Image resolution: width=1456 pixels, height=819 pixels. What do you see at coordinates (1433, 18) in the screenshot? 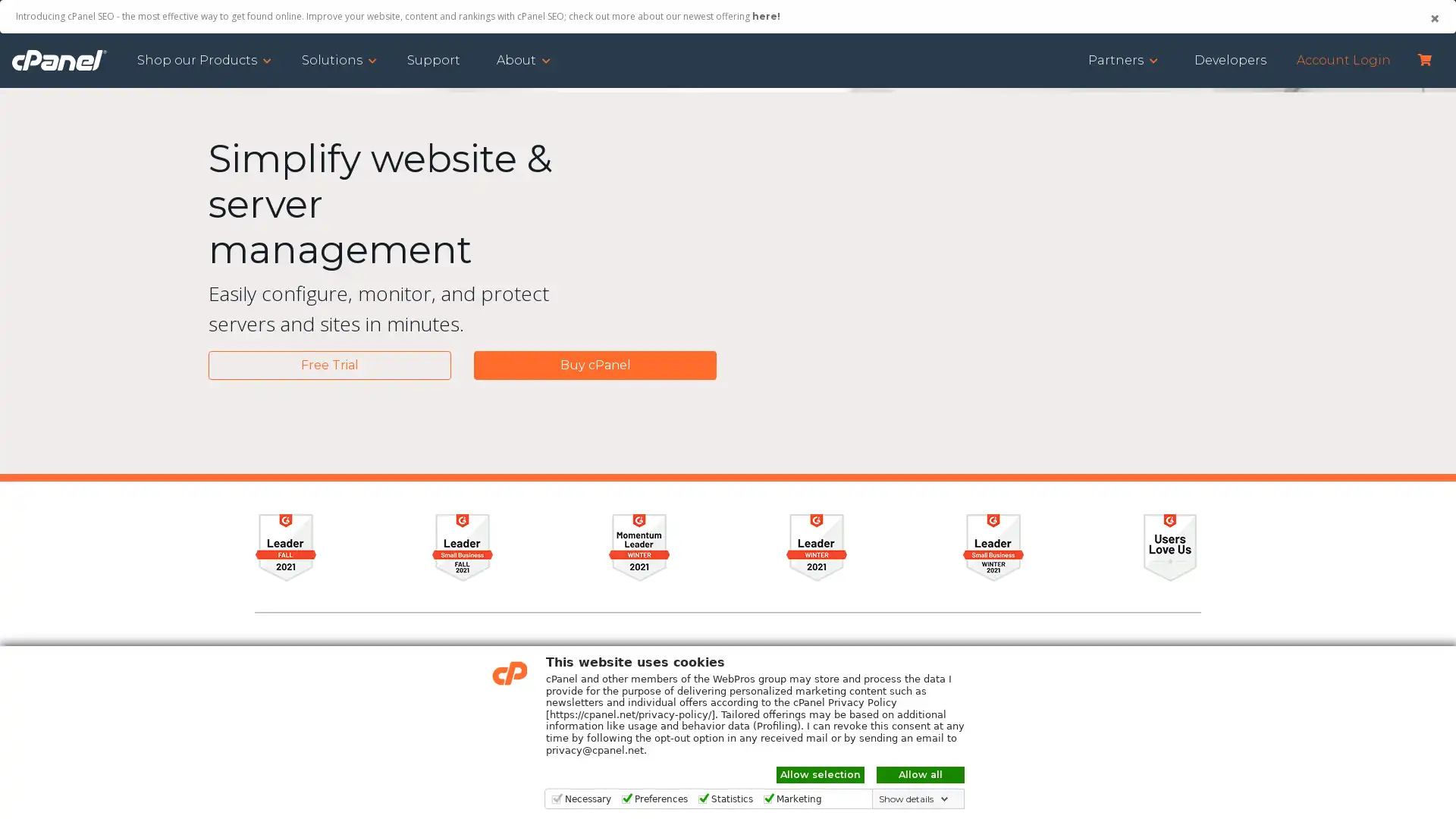
I see `Close` at bounding box center [1433, 18].